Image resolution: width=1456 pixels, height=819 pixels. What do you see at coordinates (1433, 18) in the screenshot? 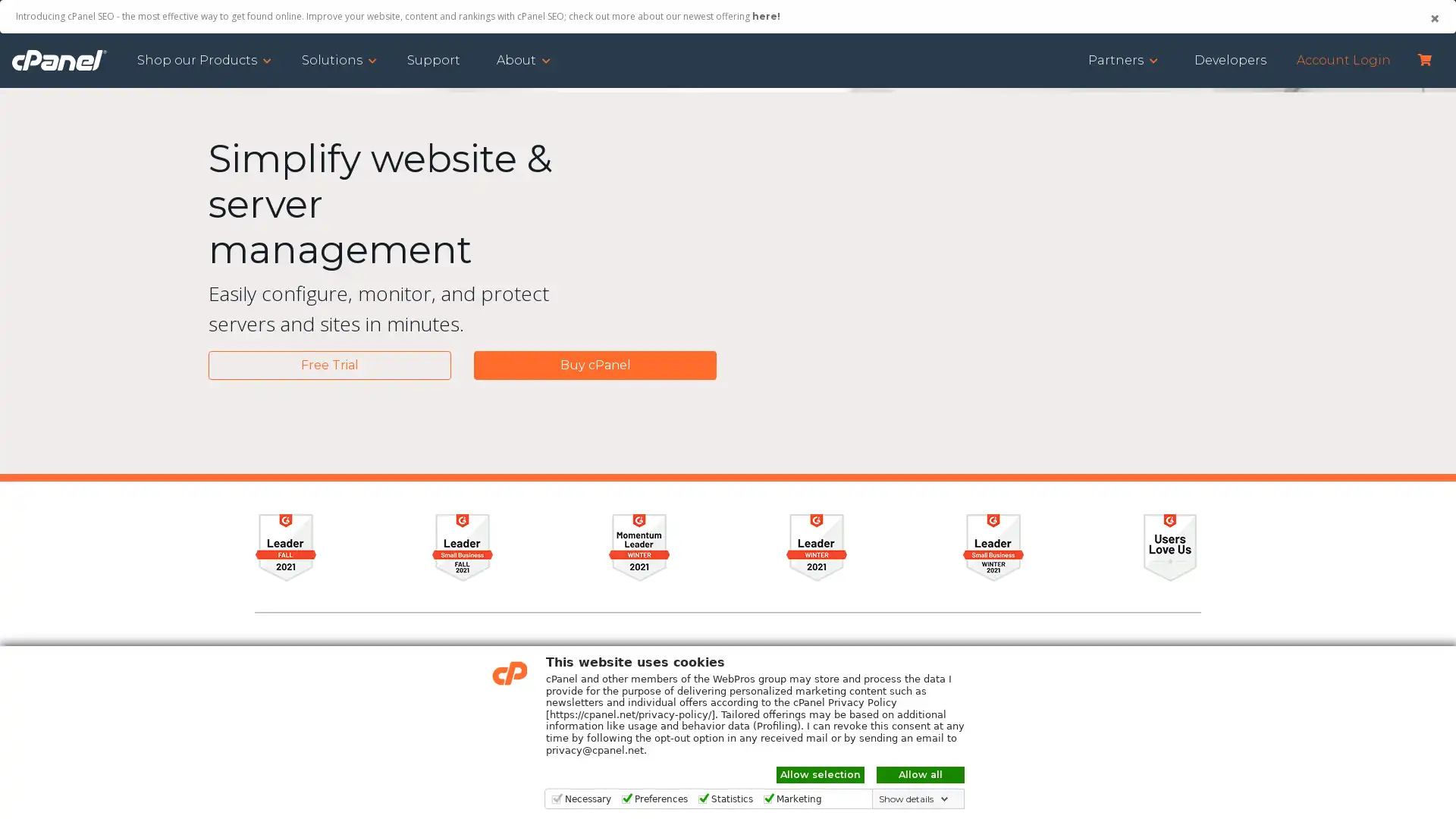
I see `Close` at bounding box center [1433, 18].